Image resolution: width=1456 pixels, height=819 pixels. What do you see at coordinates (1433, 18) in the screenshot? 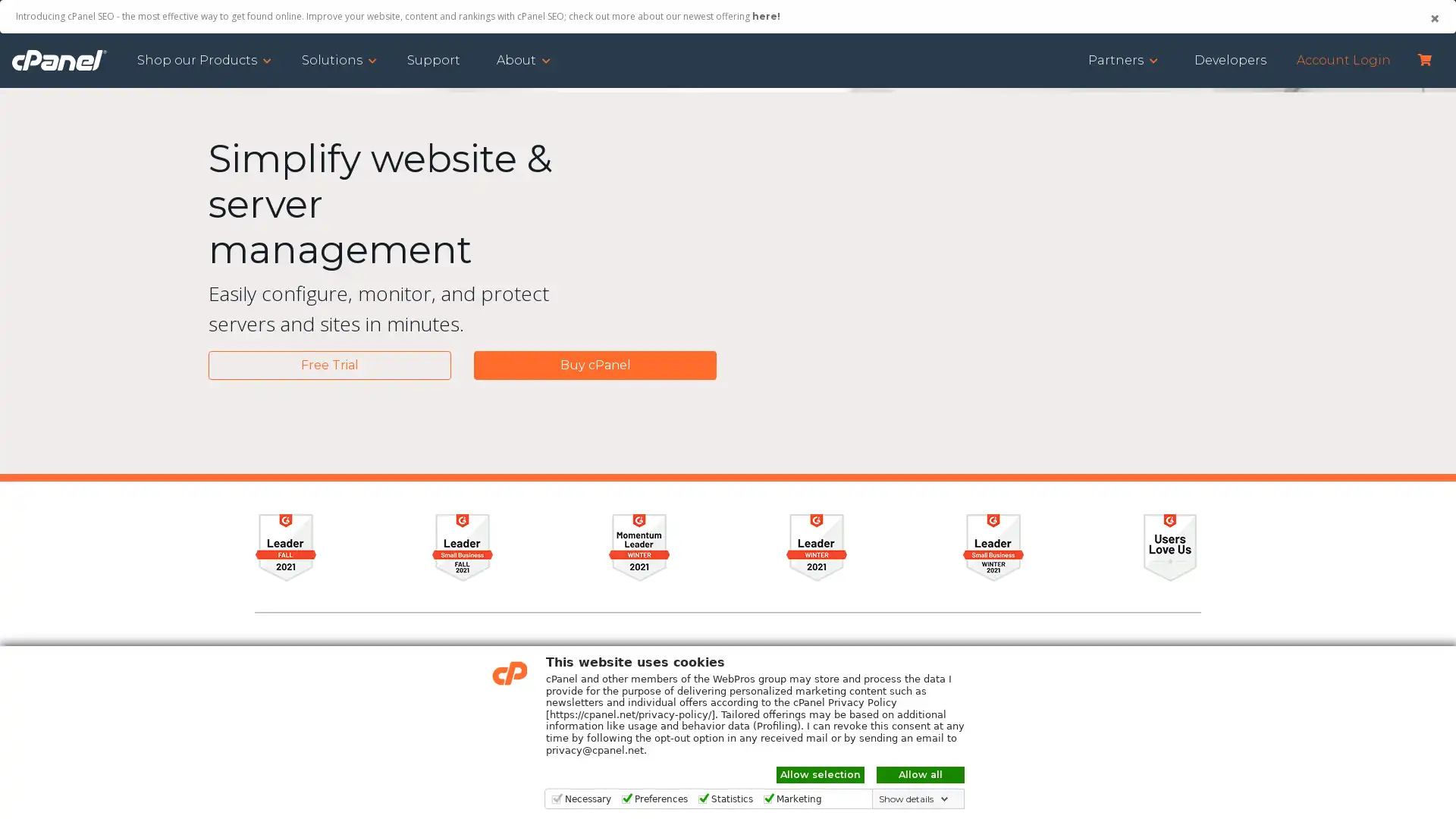
I see `Close` at bounding box center [1433, 18].